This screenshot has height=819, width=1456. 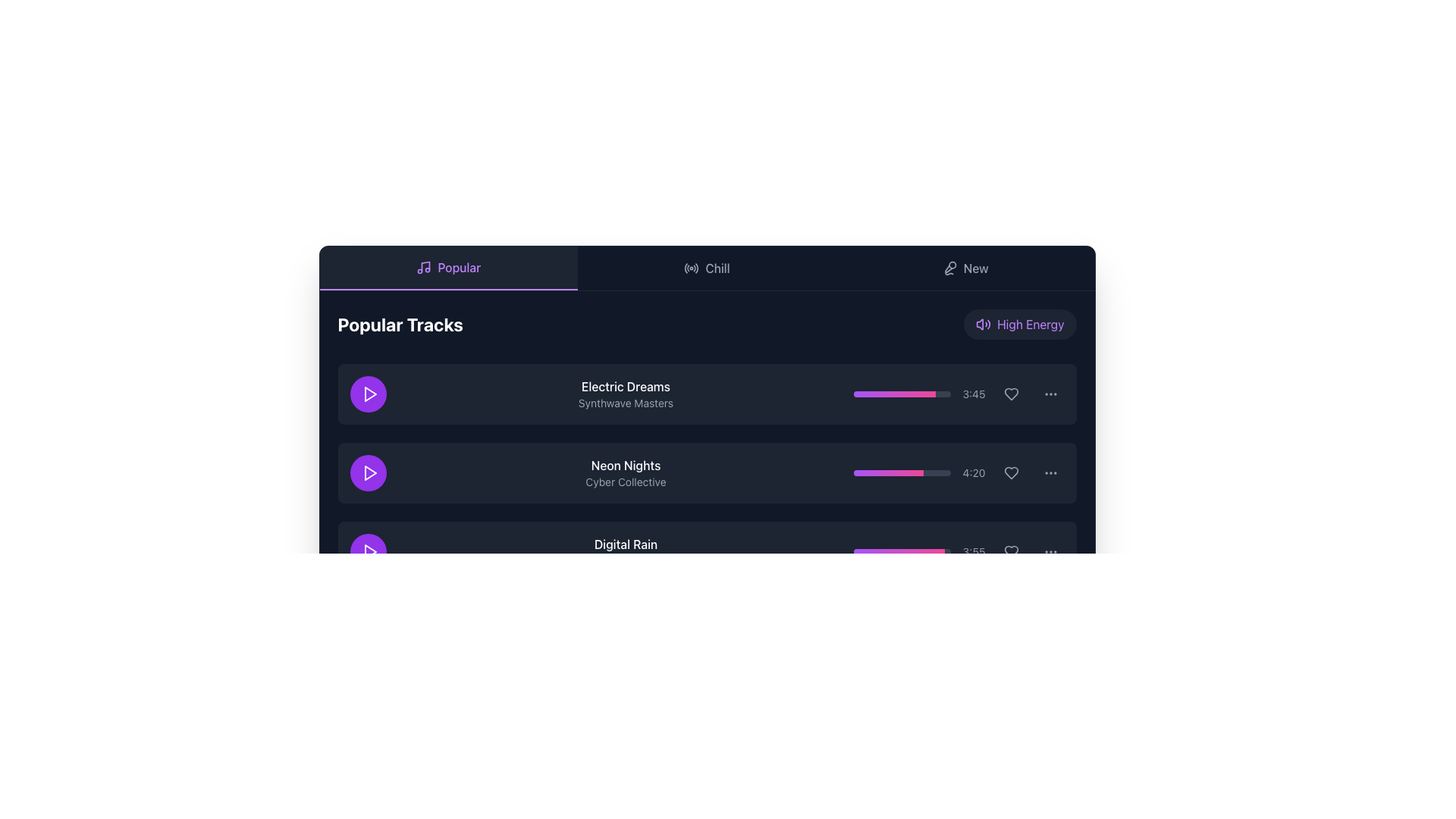 I want to click on the text displaying '4:20', which is located in the lower right corner of the interface segment for track information, adjacent to a progress bar and icons, so click(x=974, y=472).